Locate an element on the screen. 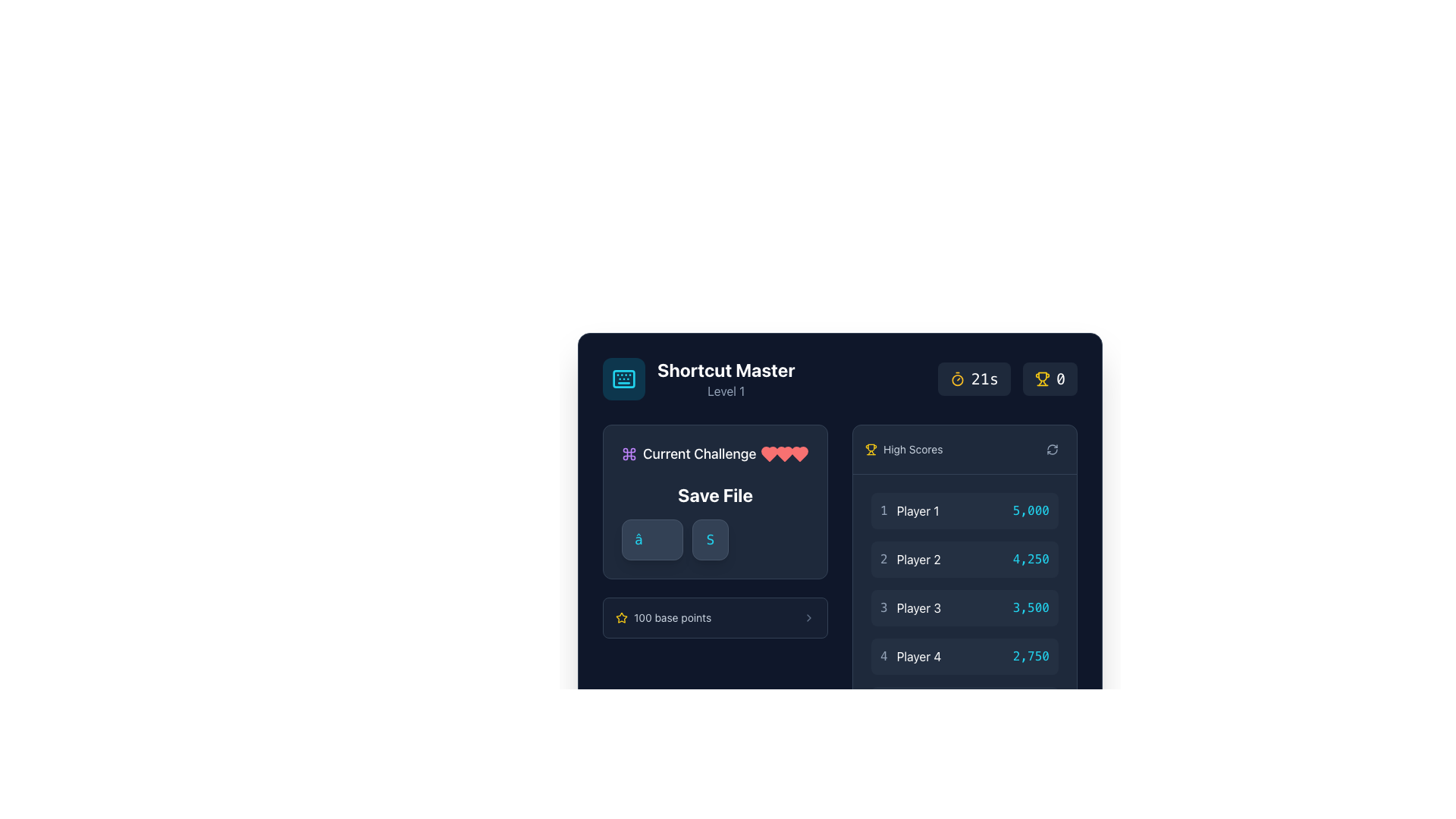  the third heart-shaped icon, which is filled with a vibrant coral red color and has a glowing effect, located beside the text 'Current Challenge' in the left panel is located at coordinates (785, 453).